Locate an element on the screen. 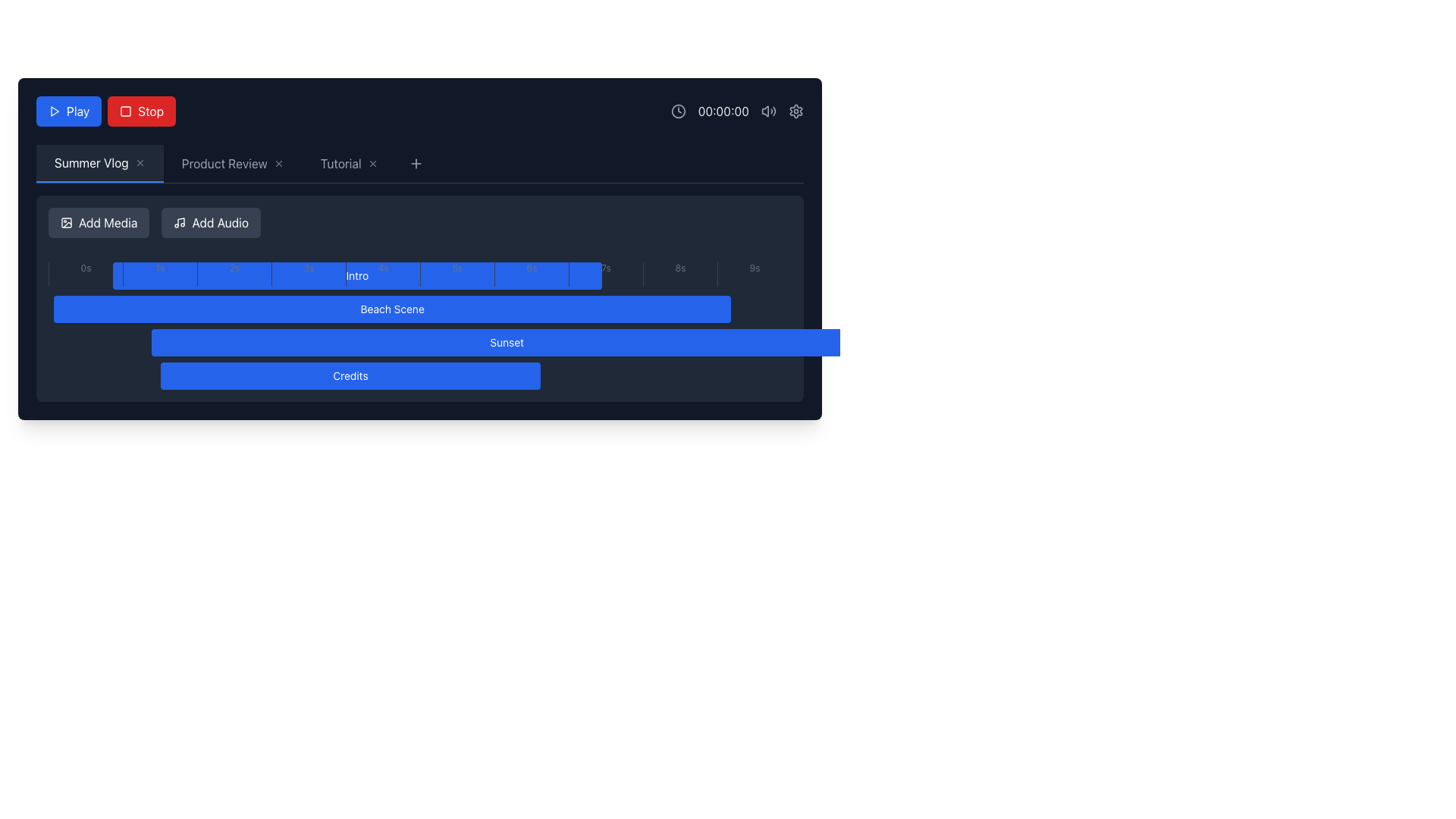  the blue 'Play' button in the grouped button control is located at coordinates (105, 110).